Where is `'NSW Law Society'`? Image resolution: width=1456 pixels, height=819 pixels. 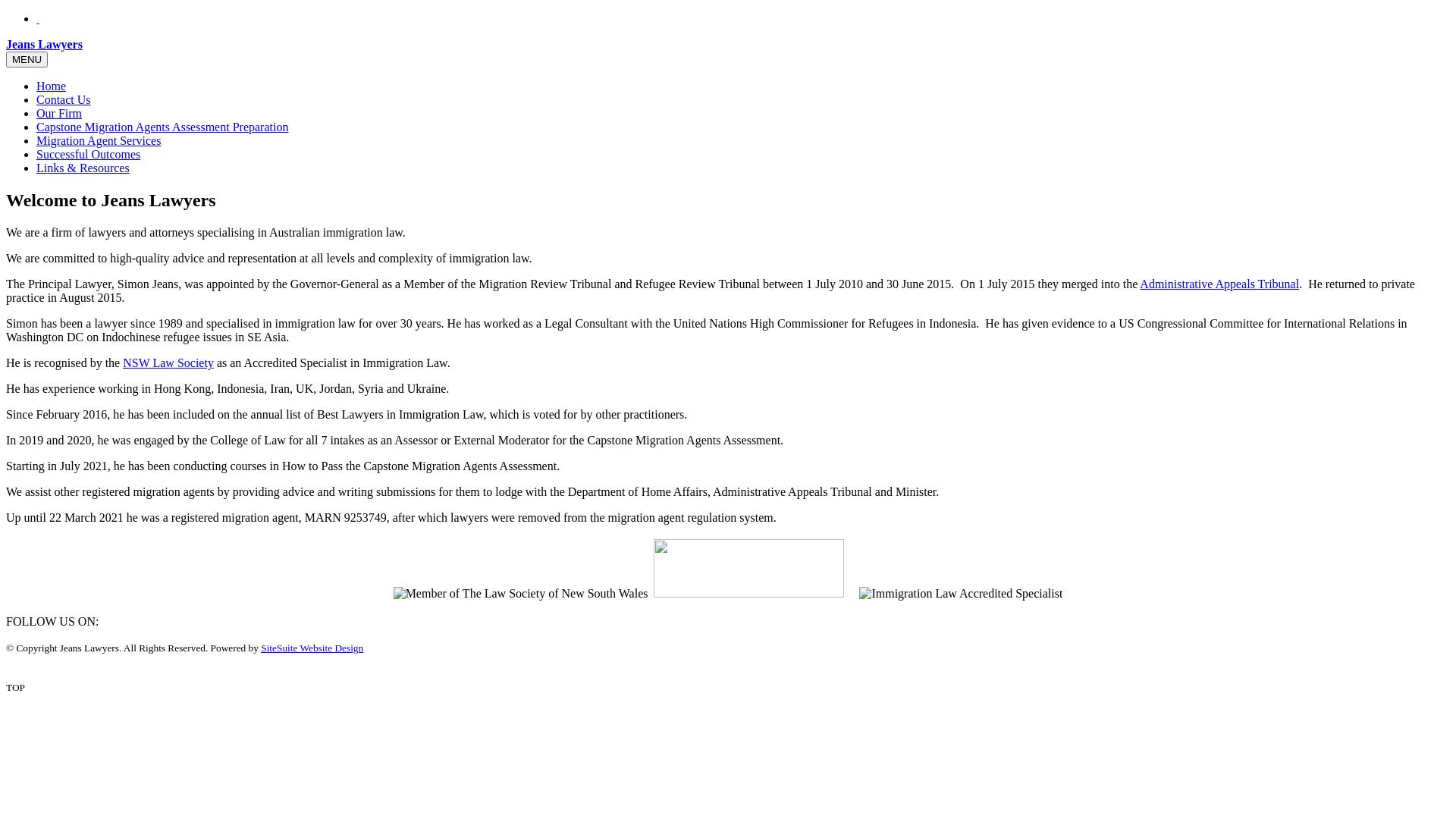 'NSW Law Society' is located at coordinates (168, 362).